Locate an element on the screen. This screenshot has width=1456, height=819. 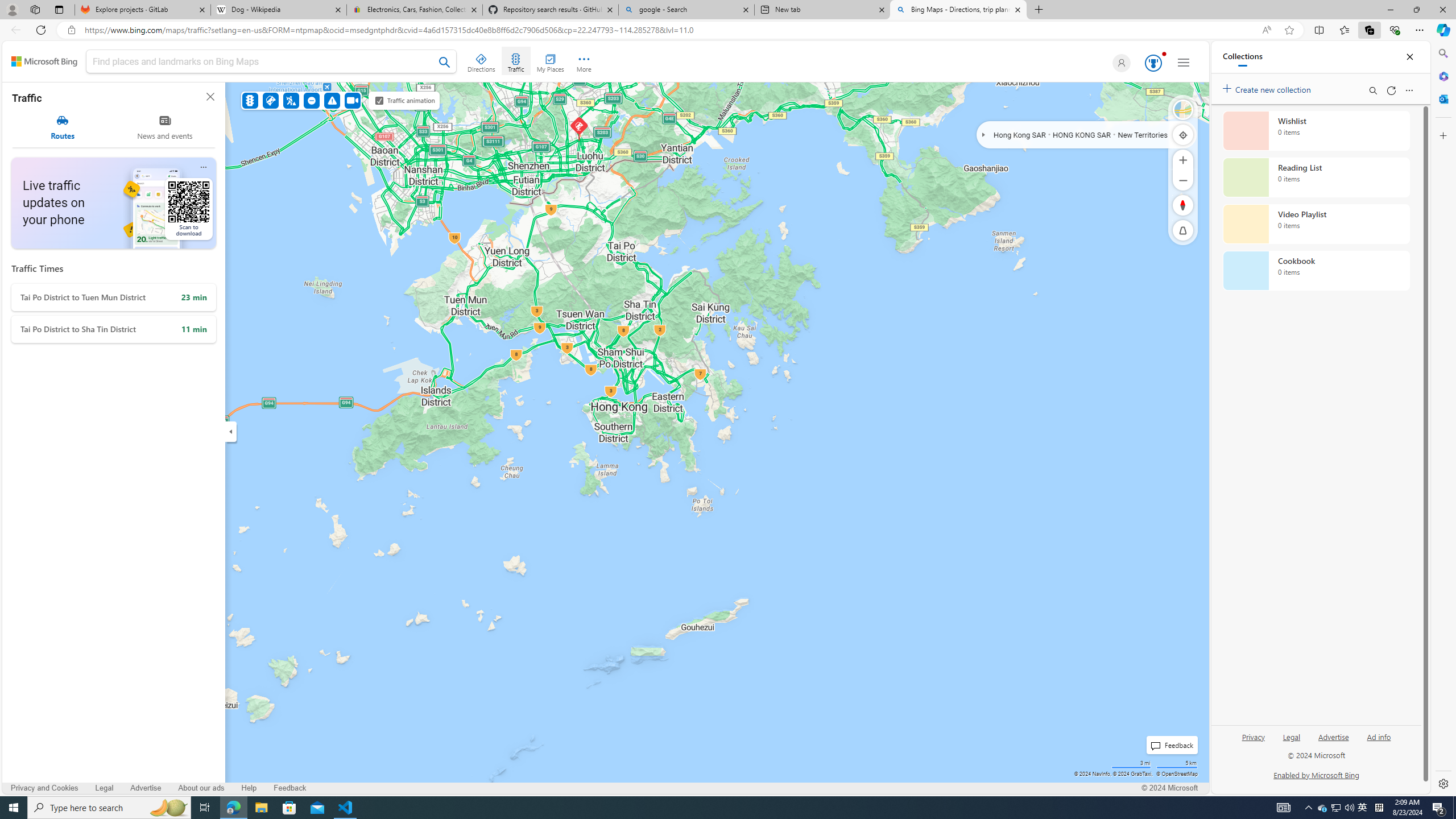
'Expand/Collapse Cards' is located at coordinates (230, 431).